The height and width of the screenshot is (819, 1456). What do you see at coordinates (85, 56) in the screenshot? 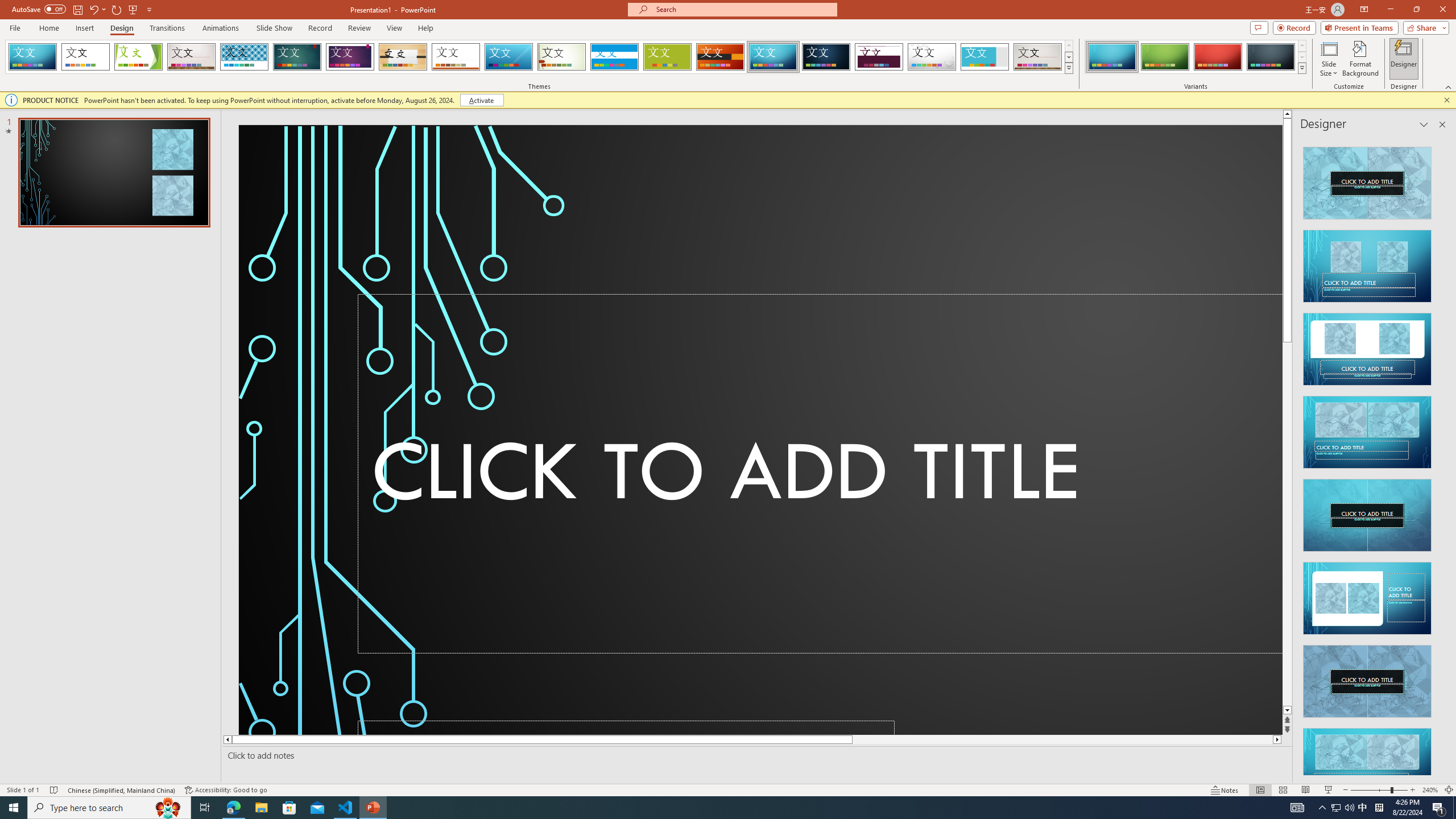
I see `'Office Theme'` at bounding box center [85, 56].